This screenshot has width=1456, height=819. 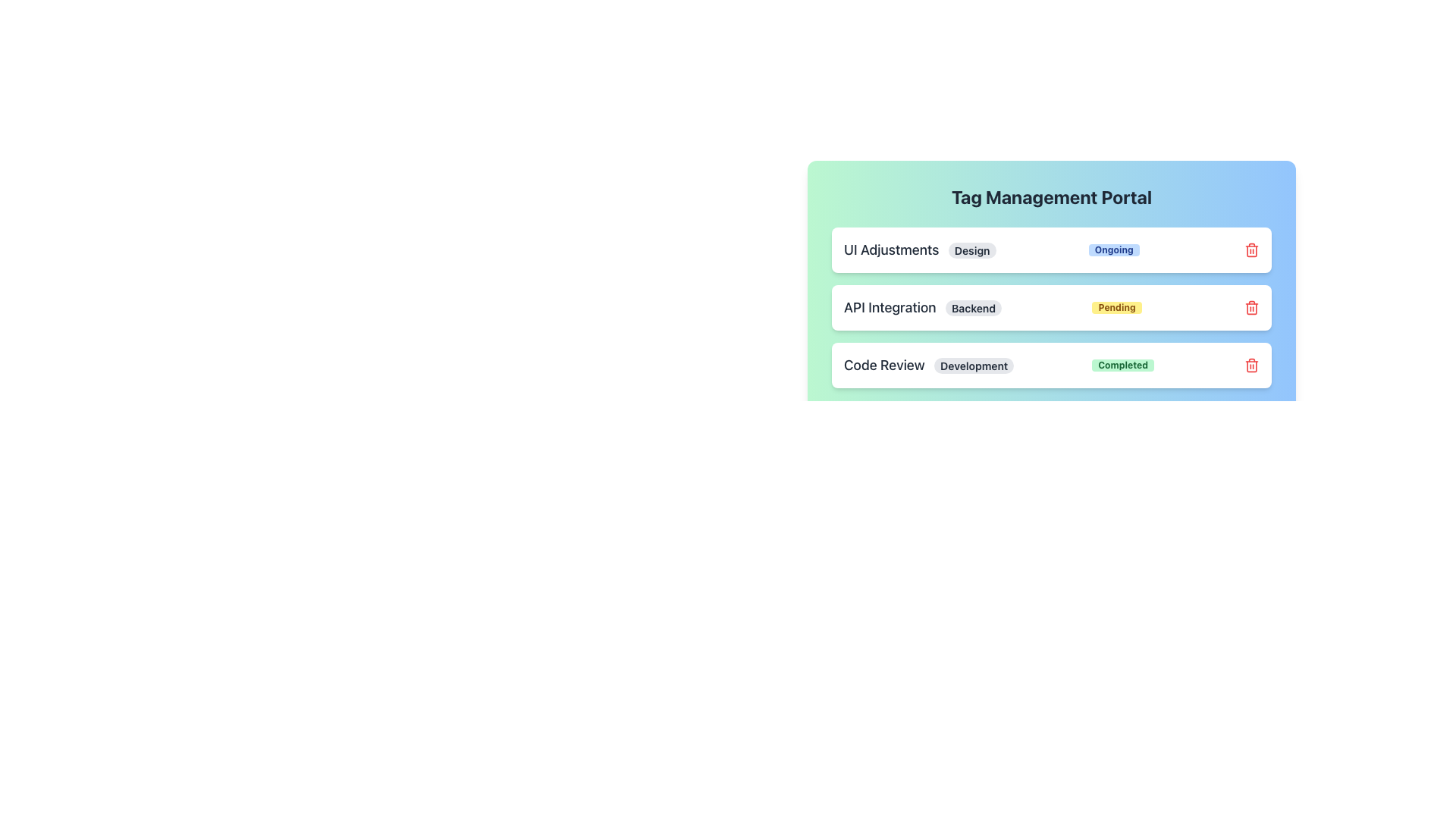 I want to click on the Text Label that identifies the 'UI Adjustments' task, located in the top section of the interface under 'Tag Management Portal', so click(x=919, y=249).